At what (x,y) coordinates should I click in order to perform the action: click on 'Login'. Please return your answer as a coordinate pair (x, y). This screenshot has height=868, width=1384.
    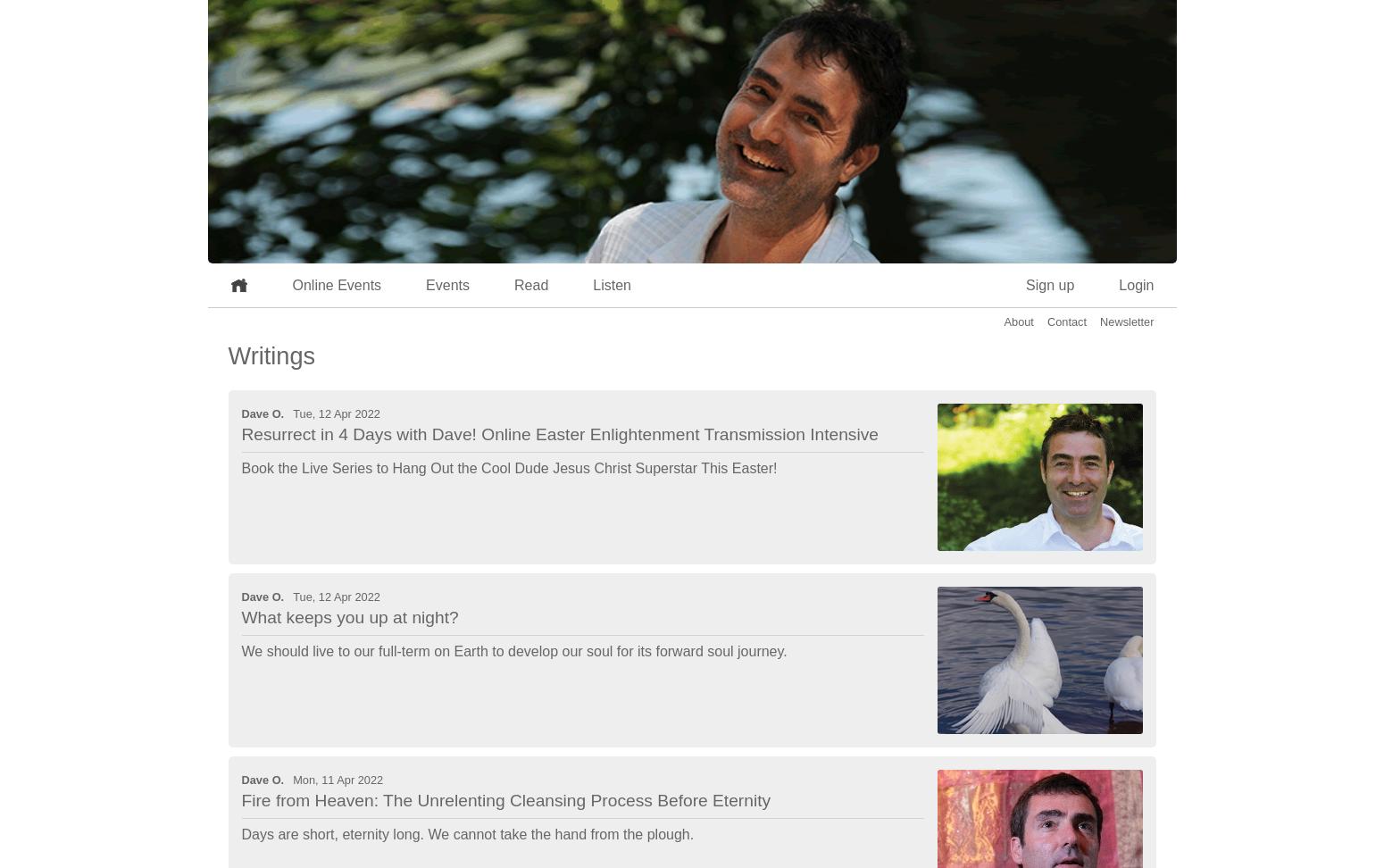
    Looking at the image, I should click on (1118, 284).